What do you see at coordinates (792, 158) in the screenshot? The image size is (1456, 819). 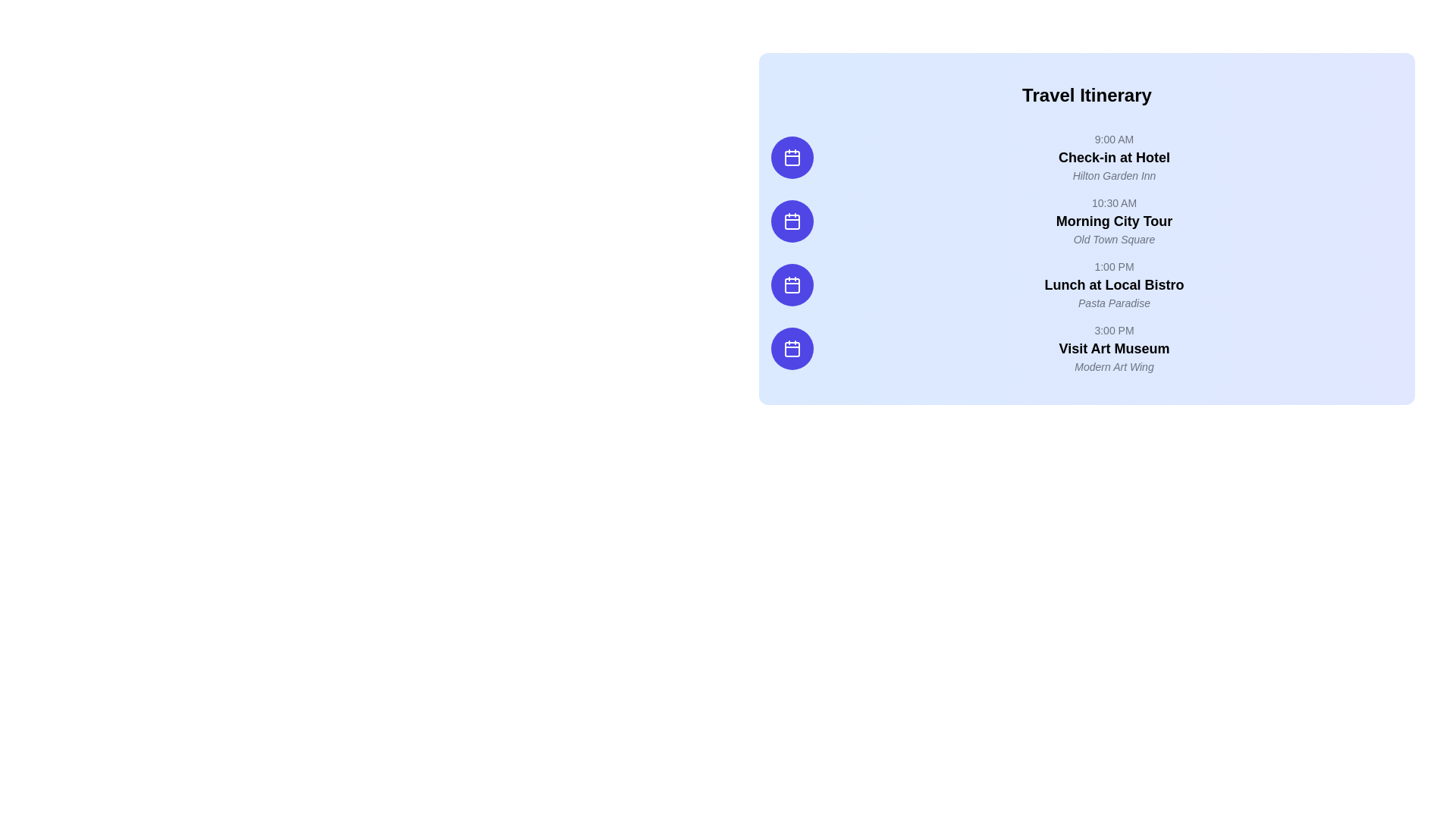 I see `the first circular icon on the left side of the blue panel labeled 'Travel Itinerary', which serves as a visual indicator for scheduling or calendar events` at bounding box center [792, 158].